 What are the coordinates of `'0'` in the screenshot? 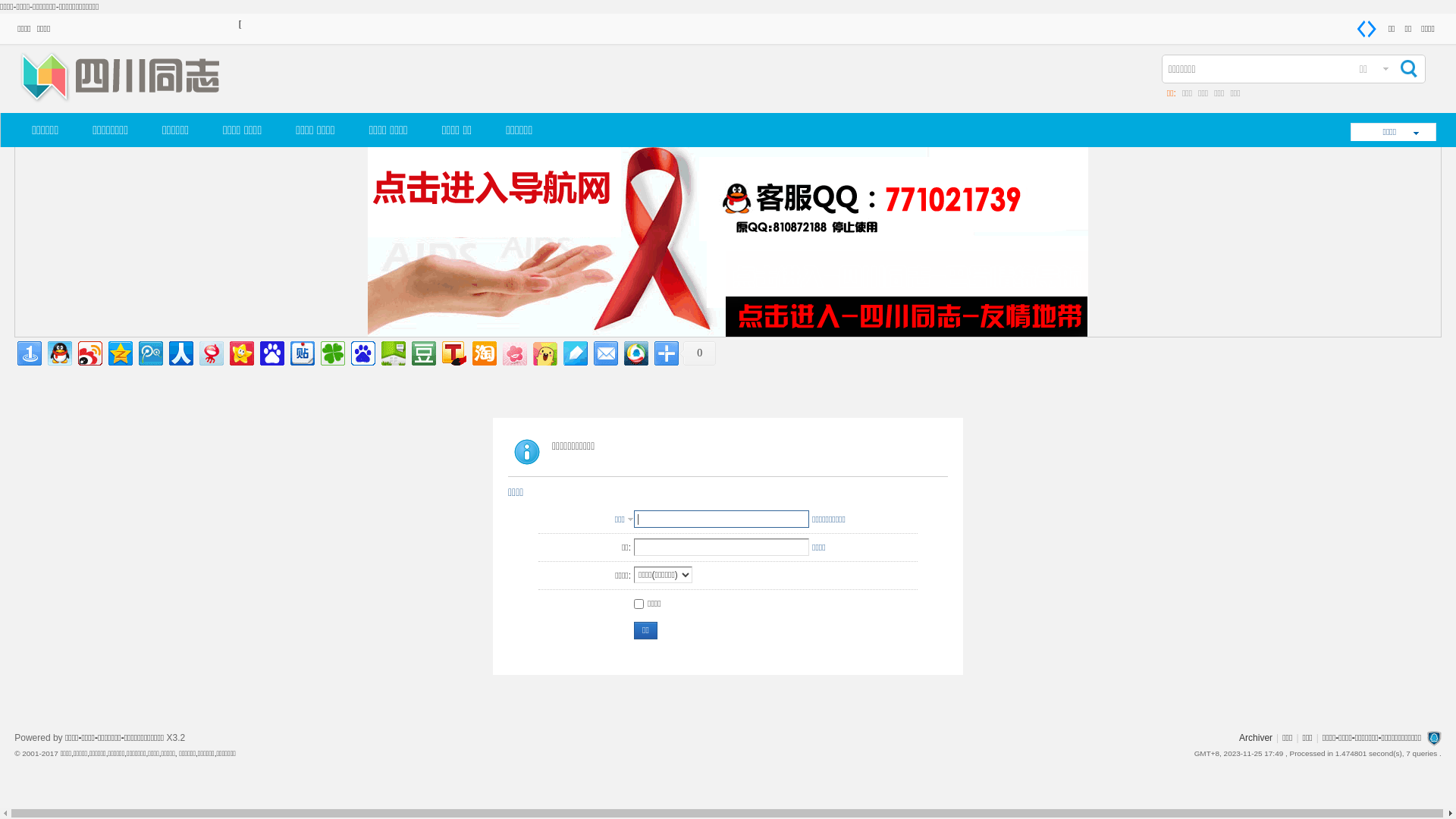 It's located at (697, 353).